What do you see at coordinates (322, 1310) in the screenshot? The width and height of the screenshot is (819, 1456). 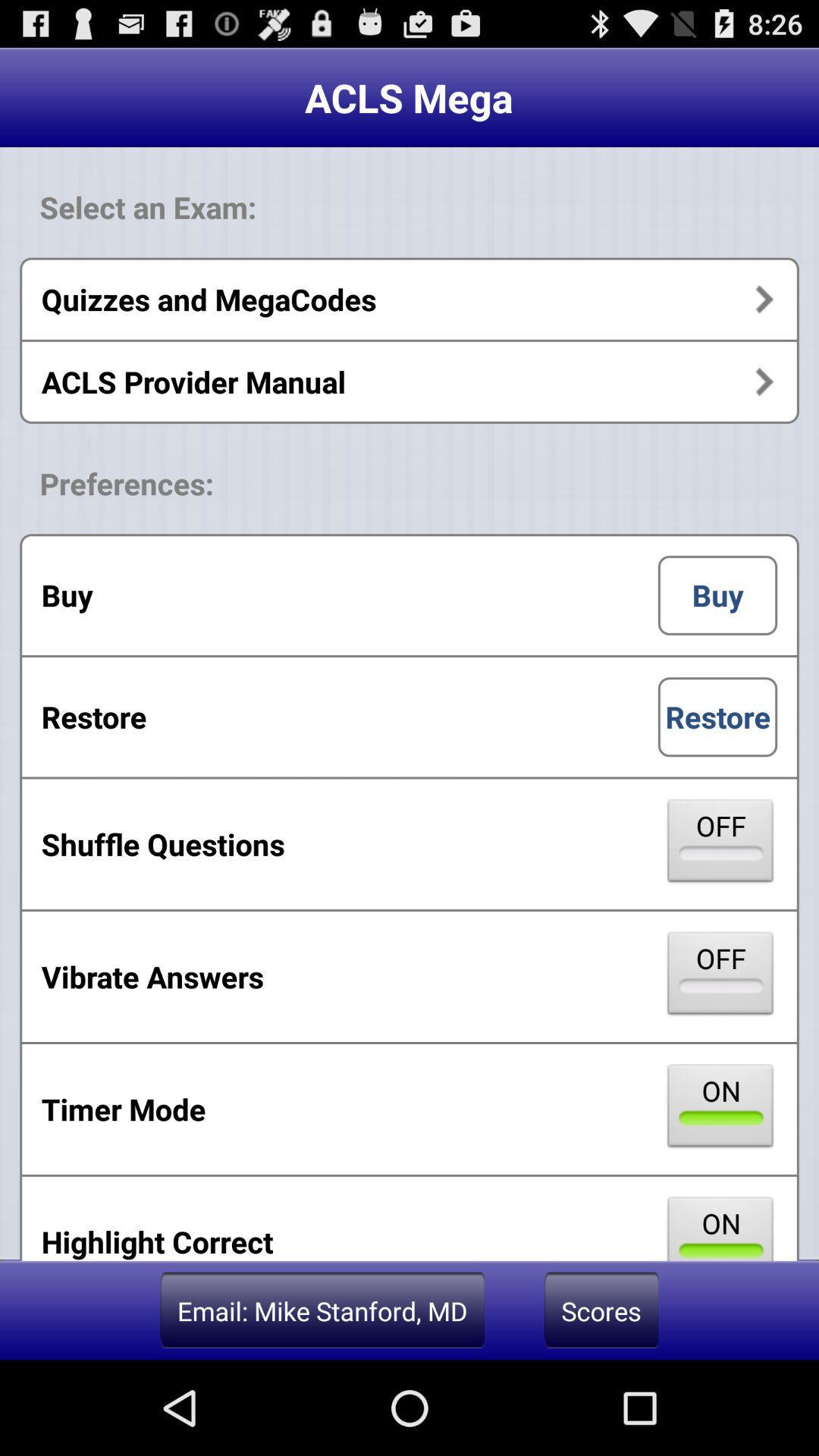 I see `the icon next to the scores` at bounding box center [322, 1310].